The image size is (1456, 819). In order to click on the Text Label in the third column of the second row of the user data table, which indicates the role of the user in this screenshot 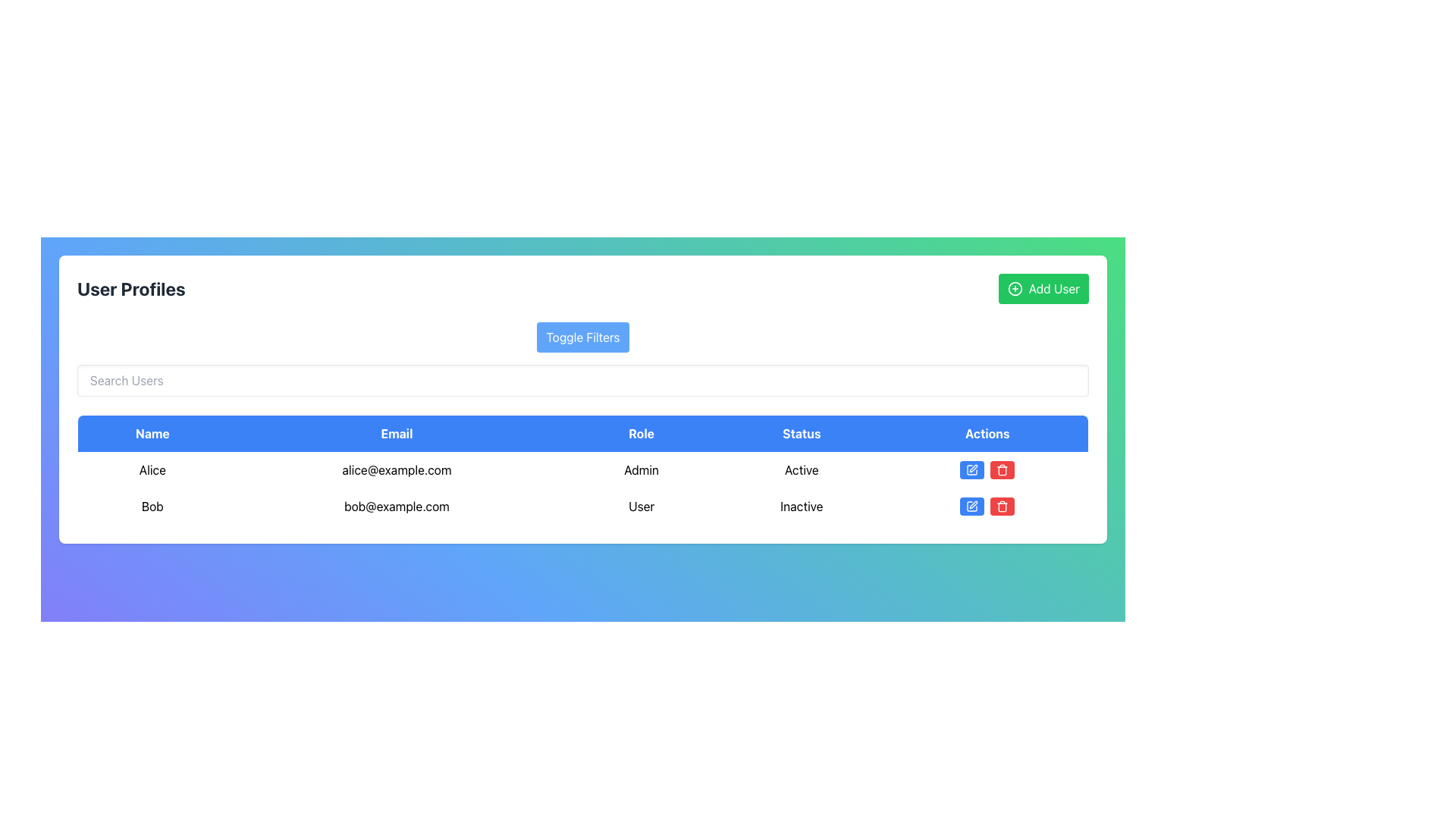, I will do `click(642, 507)`.